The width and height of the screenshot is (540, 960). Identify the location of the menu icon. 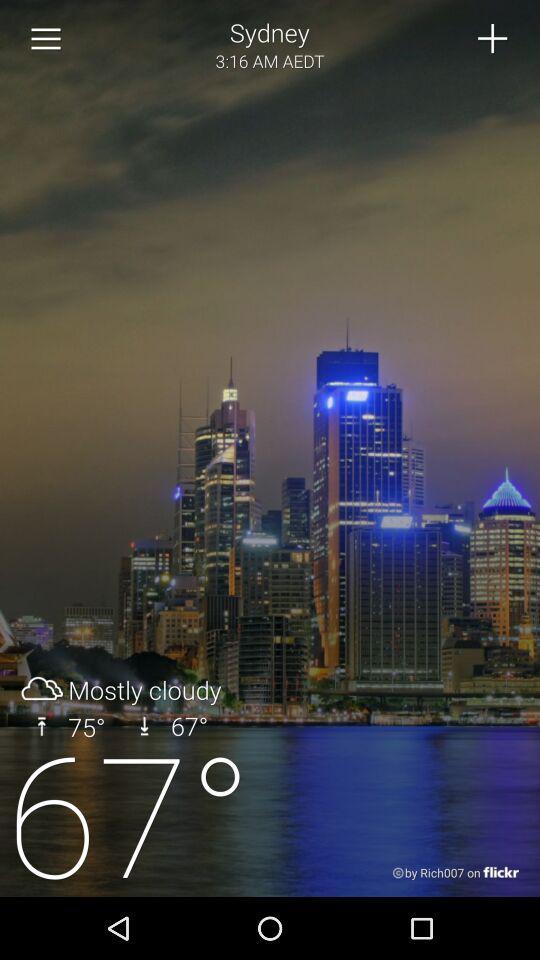
(46, 41).